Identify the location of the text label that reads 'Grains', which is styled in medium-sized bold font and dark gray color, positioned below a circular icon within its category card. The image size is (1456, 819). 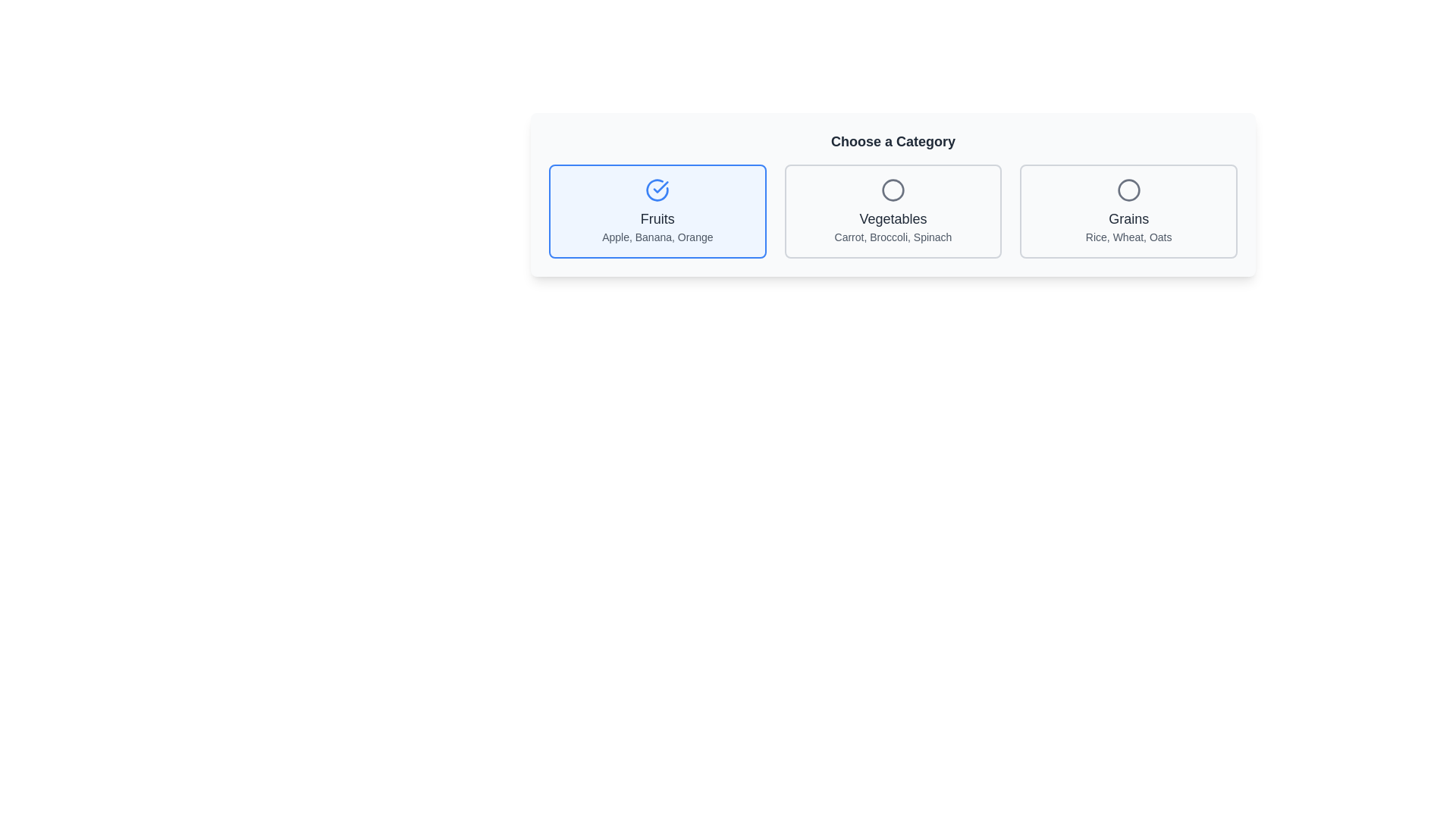
(1128, 219).